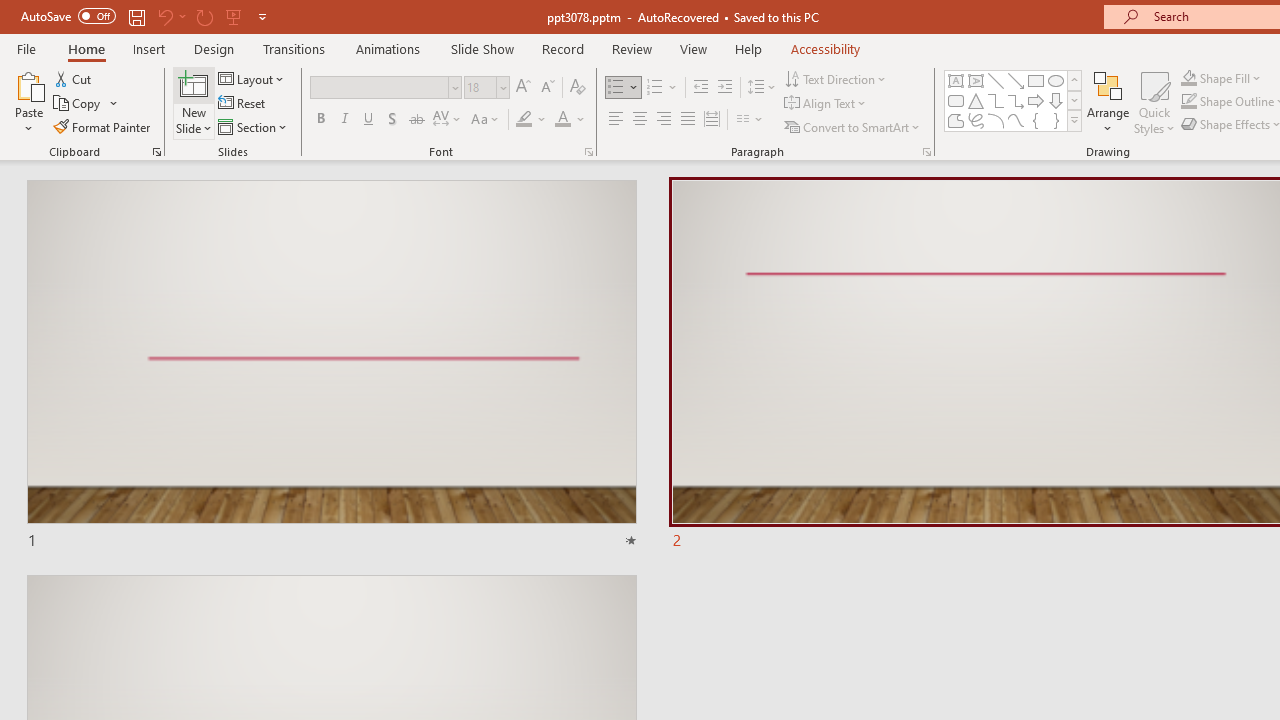 The height and width of the screenshot is (720, 1280). Describe the element at coordinates (1016, 120) in the screenshot. I see `'Curve'` at that location.